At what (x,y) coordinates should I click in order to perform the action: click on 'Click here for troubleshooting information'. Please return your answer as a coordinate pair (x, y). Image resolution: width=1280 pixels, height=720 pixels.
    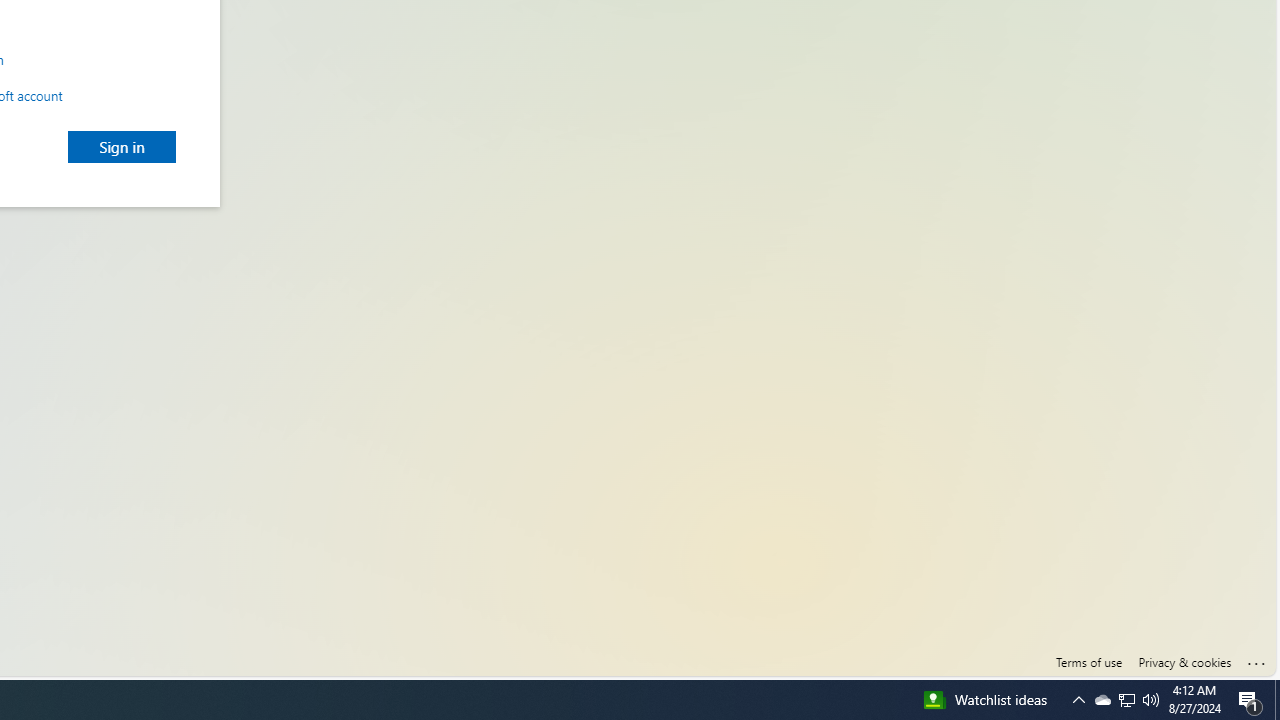
    Looking at the image, I should click on (1256, 659).